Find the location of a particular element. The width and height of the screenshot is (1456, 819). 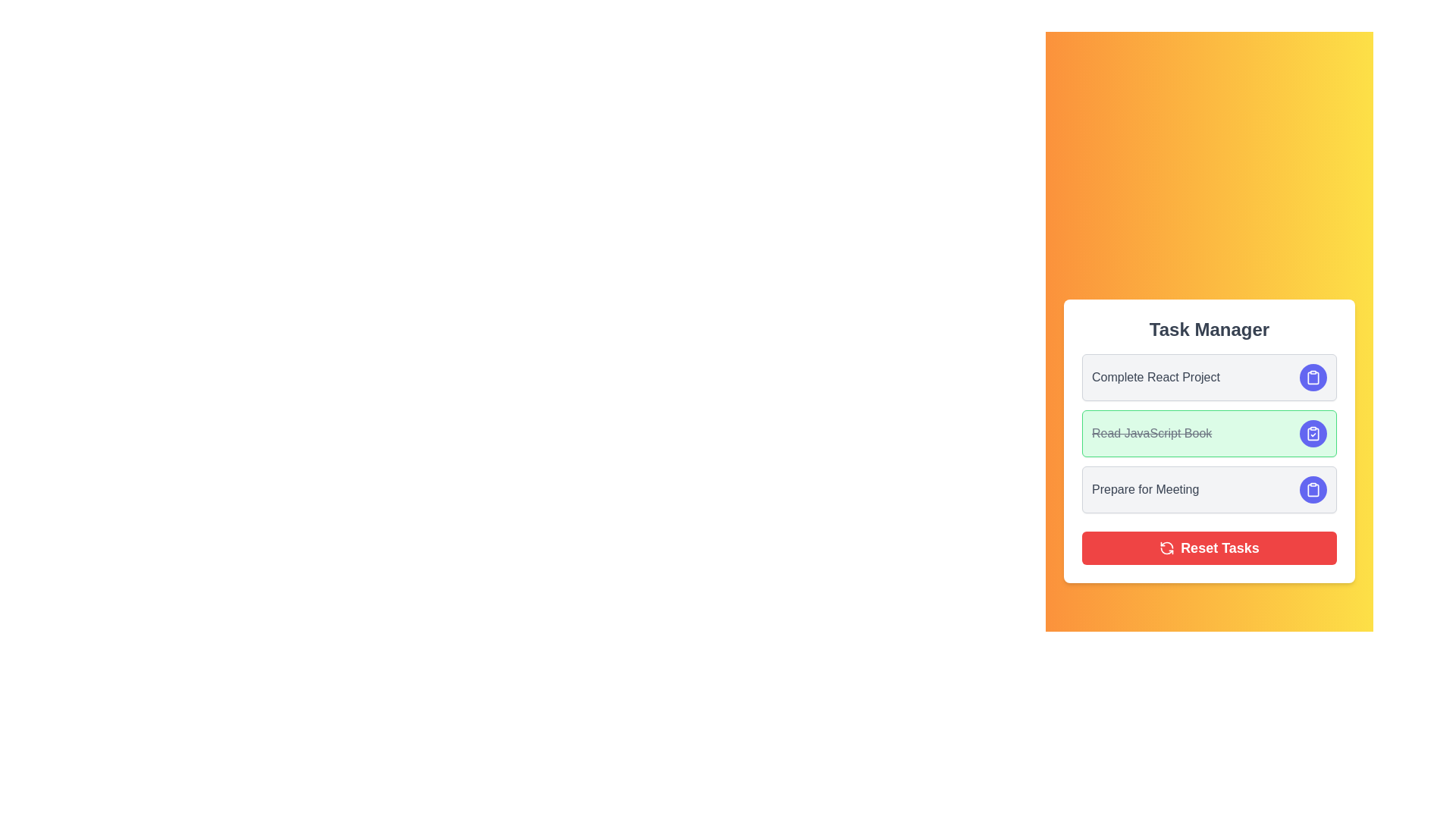

the refresh icon located to the left of the 'Reset Tasks' label within the prominent red button is located at coordinates (1166, 548).